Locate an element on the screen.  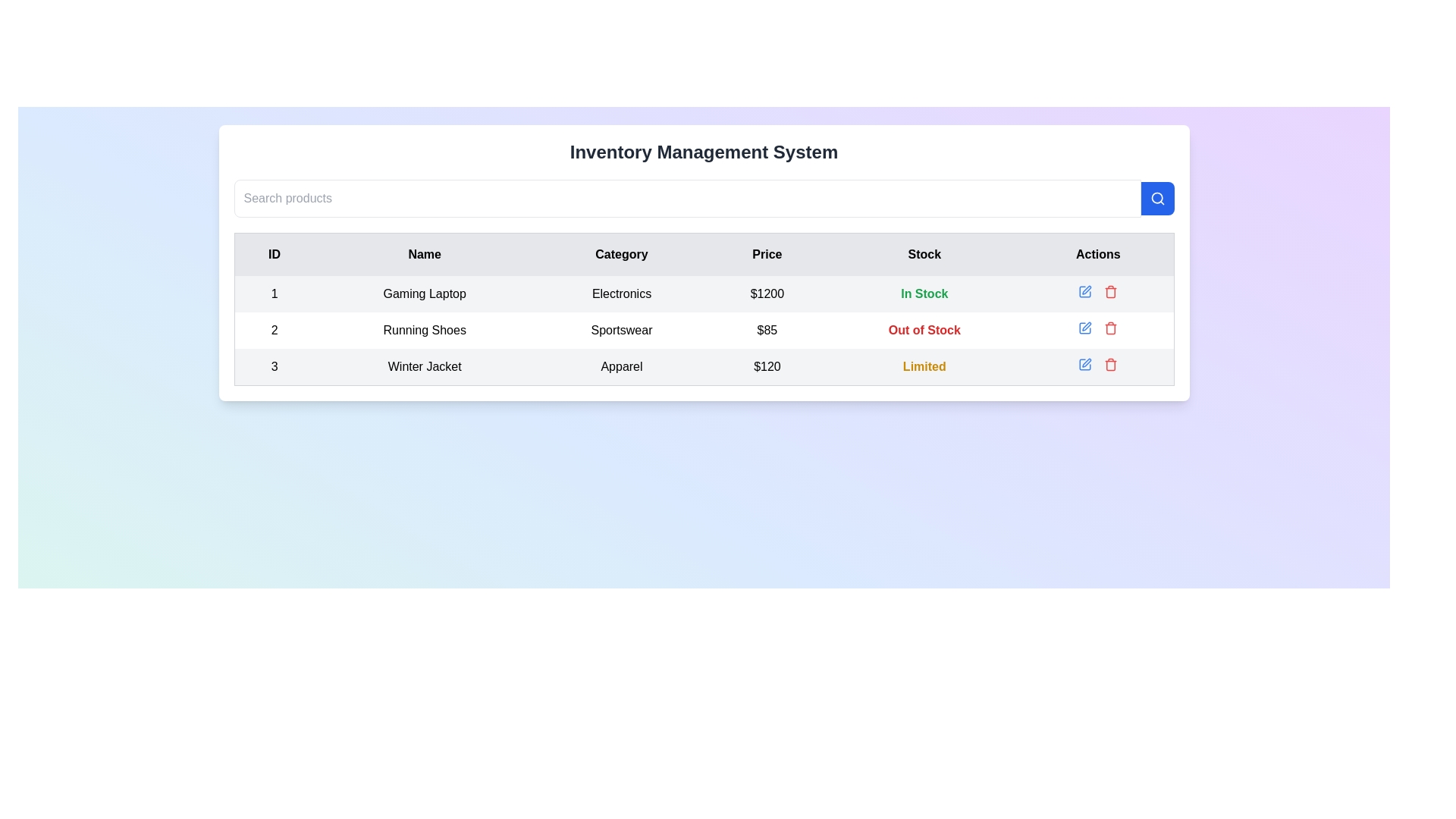
the edit button located in the 'Actions' column of the third row of the table is located at coordinates (1084, 365).